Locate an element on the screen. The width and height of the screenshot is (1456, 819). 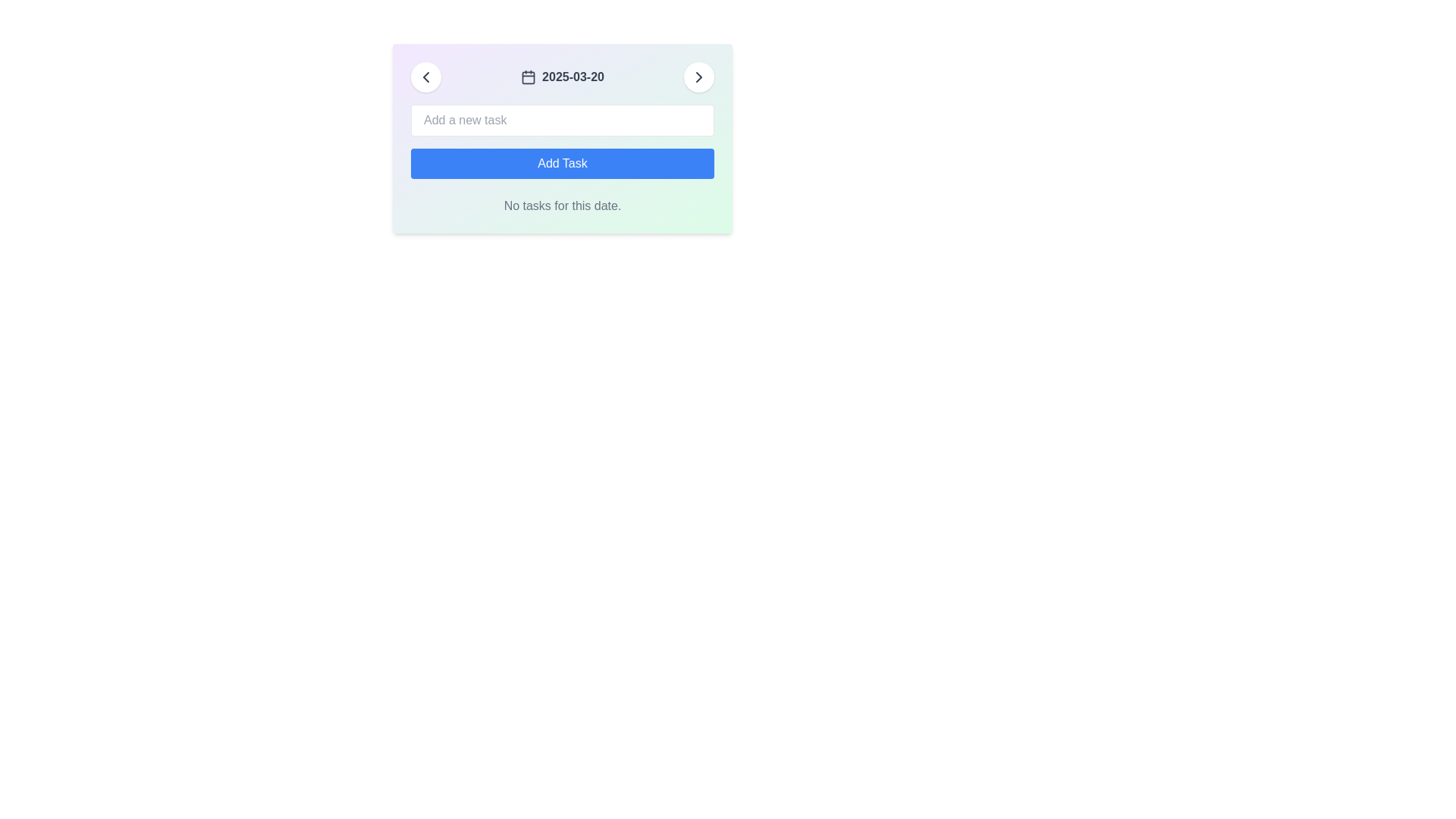
the text label indicating the currently selected date, which is positioned near the top of the interface, to the right of a calendar icon and between navigation arrows is located at coordinates (572, 77).